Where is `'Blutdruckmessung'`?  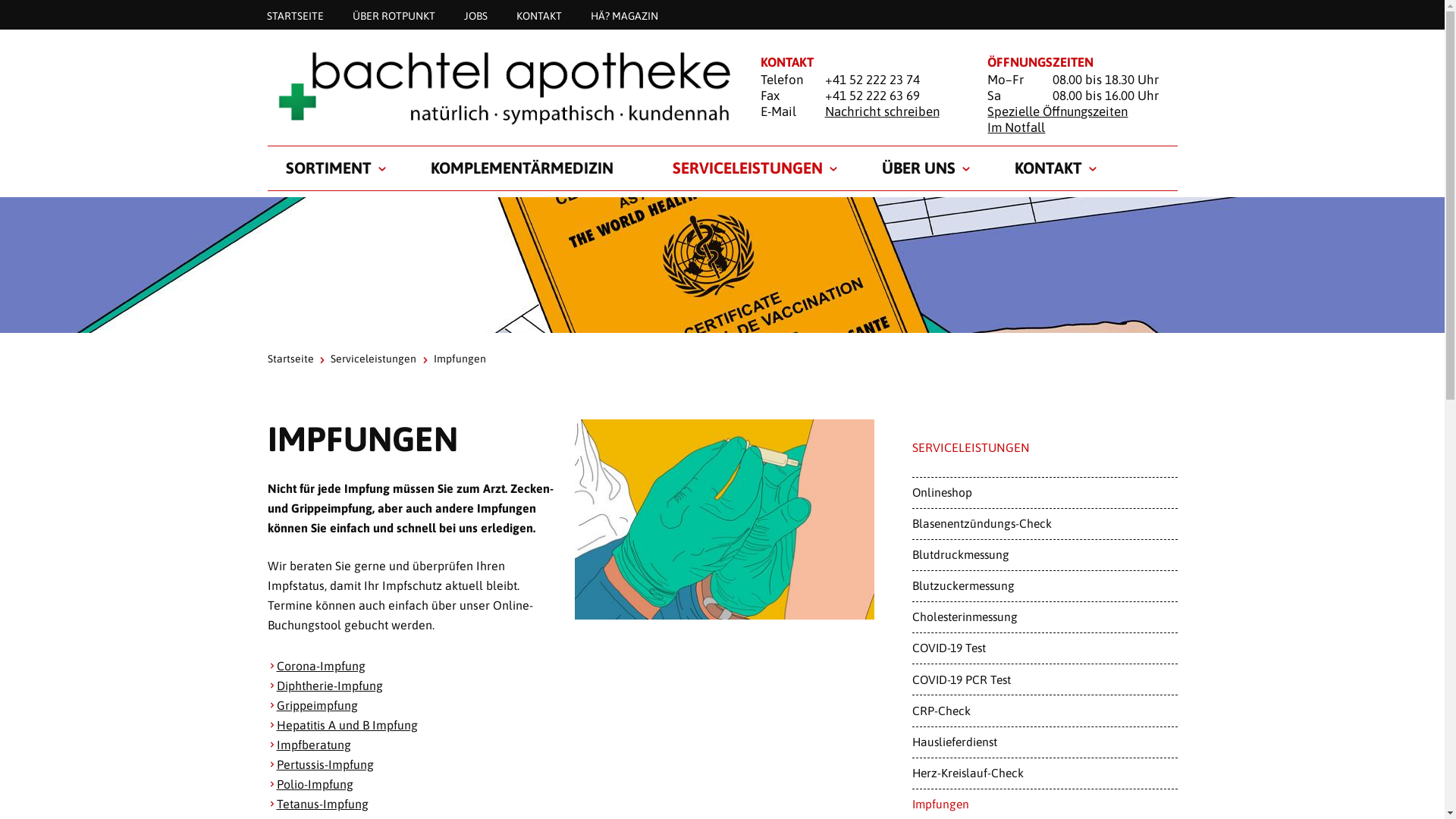
'Blutdruckmessung' is located at coordinates (1043, 555).